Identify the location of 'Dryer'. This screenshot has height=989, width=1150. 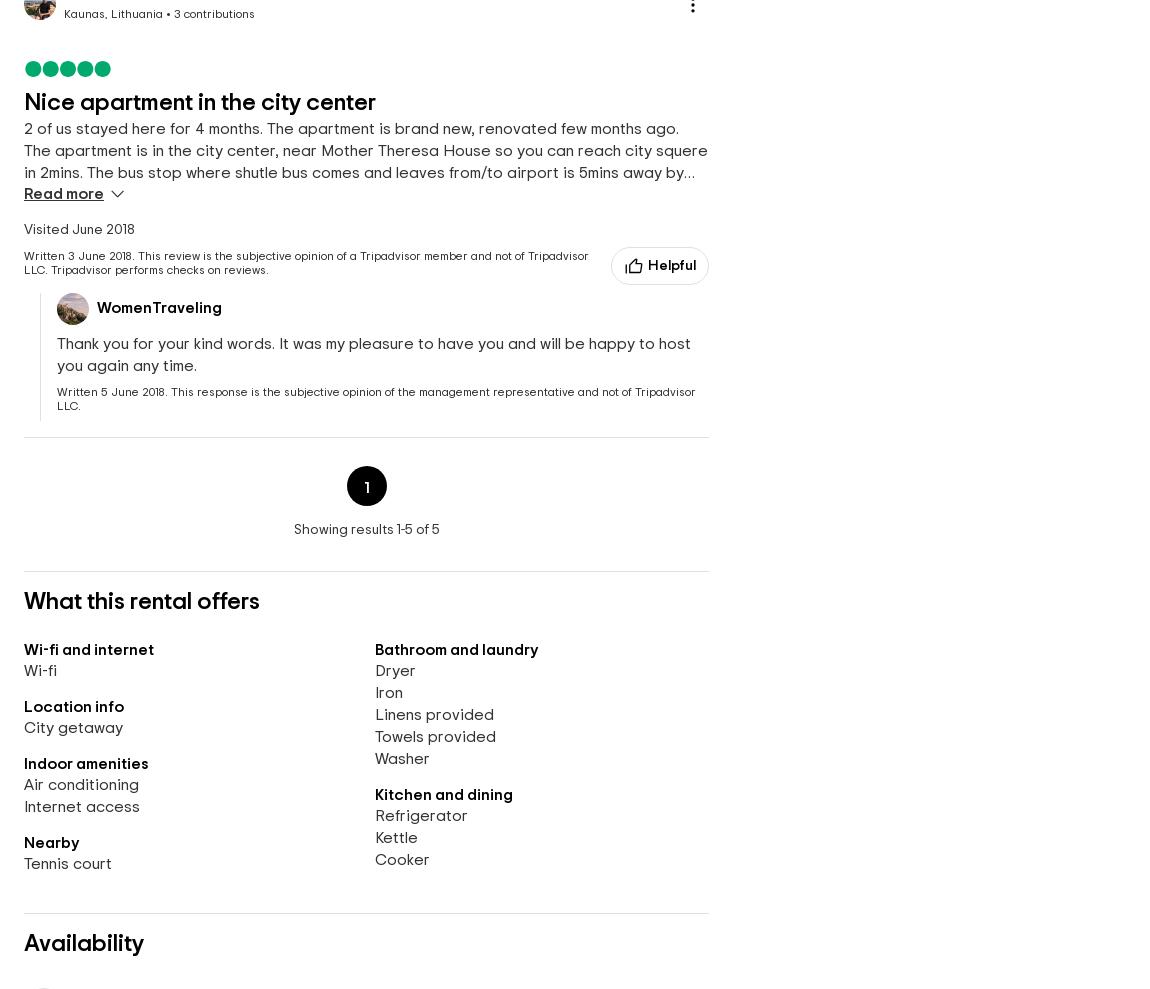
(394, 670).